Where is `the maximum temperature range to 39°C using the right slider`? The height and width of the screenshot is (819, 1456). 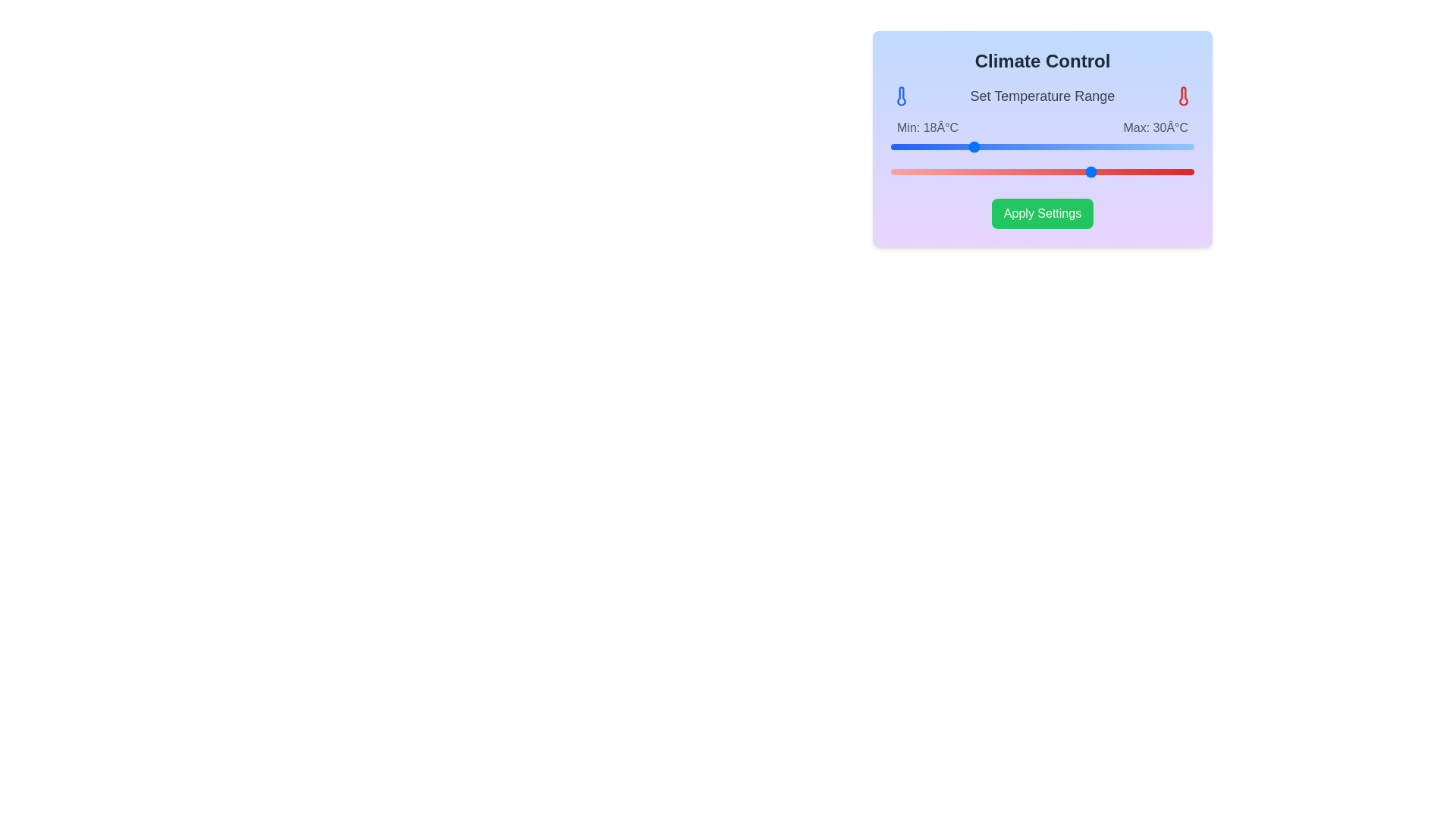 the maximum temperature range to 39°C using the right slider is located at coordinates (1183, 171).